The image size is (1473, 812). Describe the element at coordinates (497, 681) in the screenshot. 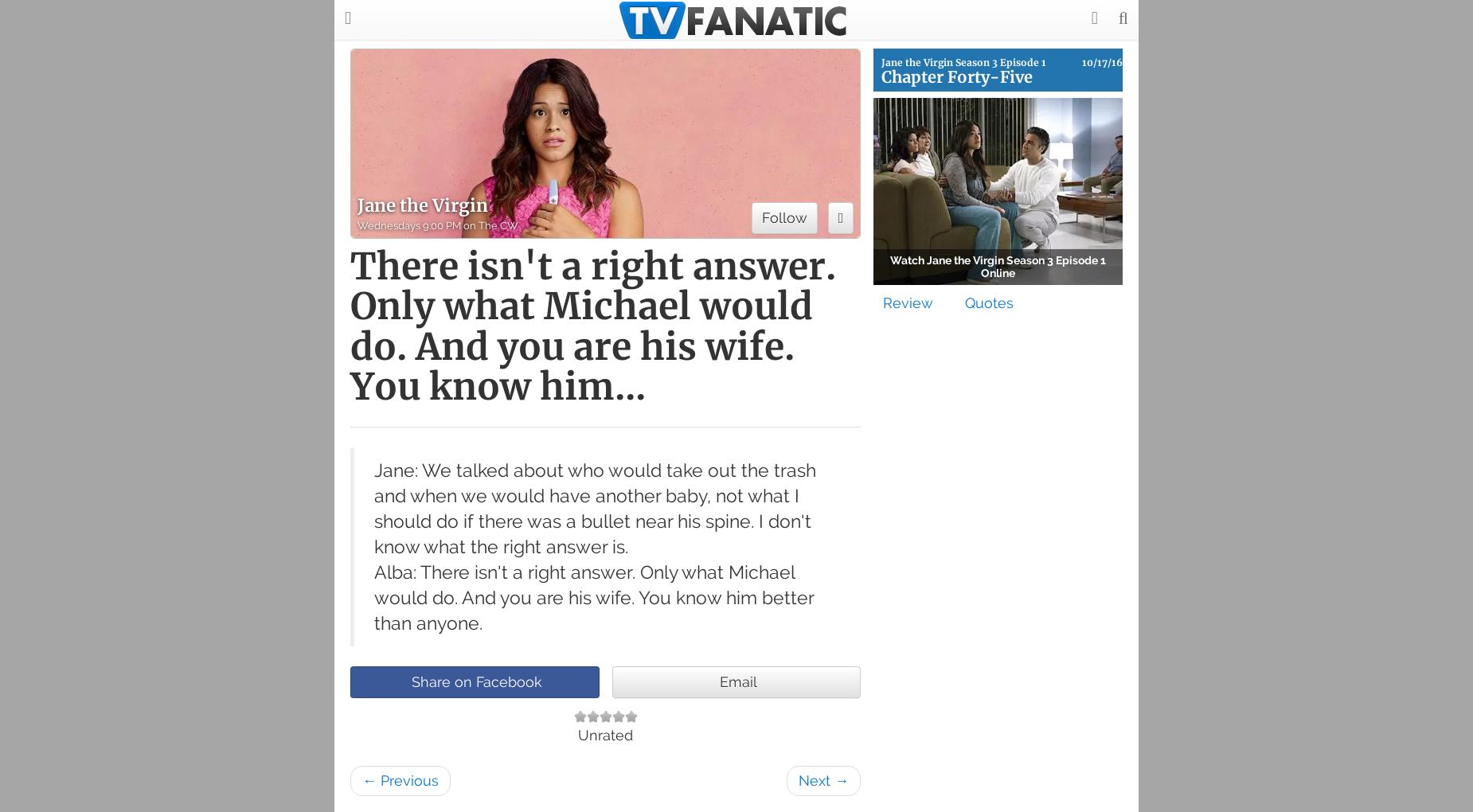

I see `'on Facebook'` at that location.